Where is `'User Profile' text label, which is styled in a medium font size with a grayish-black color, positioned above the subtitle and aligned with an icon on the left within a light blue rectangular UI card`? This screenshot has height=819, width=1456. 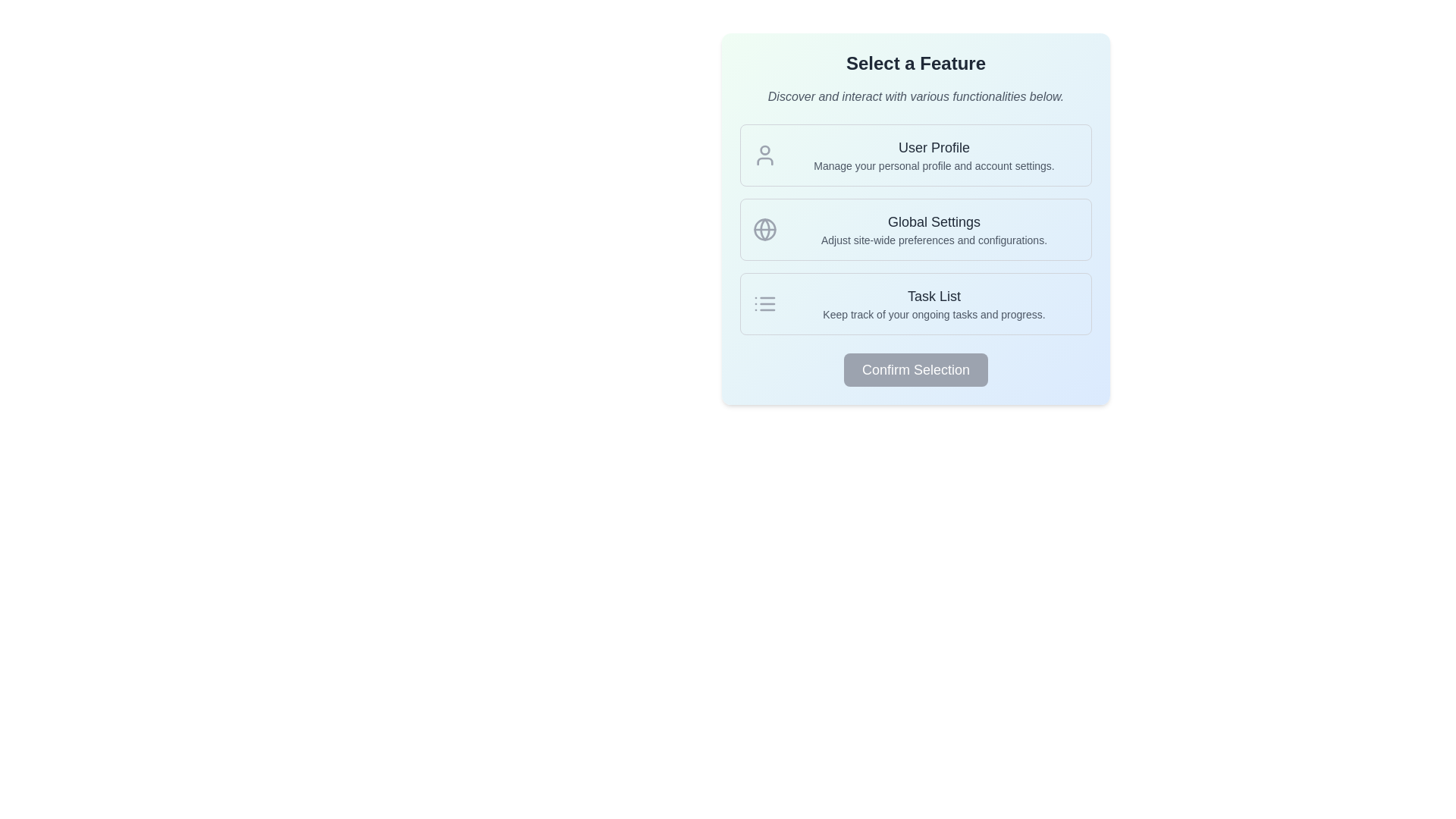 'User Profile' text label, which is styled in a medium font size with a grayish-black color, positioned above the subtitle and aligned with an icon on the left within a light blue rectangular UI card is located at coordinates (934, 148).